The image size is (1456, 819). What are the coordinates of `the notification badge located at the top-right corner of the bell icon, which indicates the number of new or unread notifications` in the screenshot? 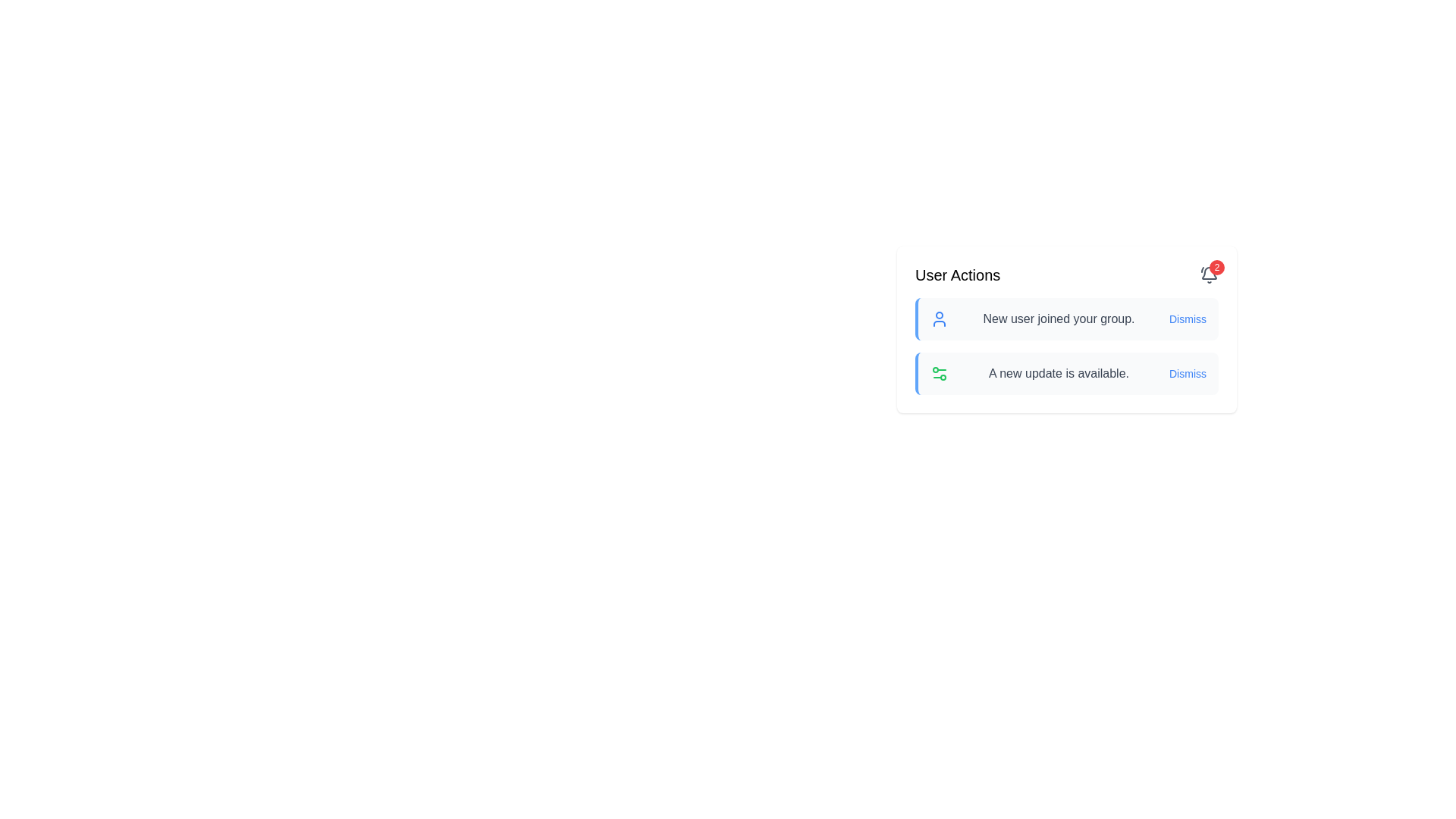 It's located at (1216, 267).